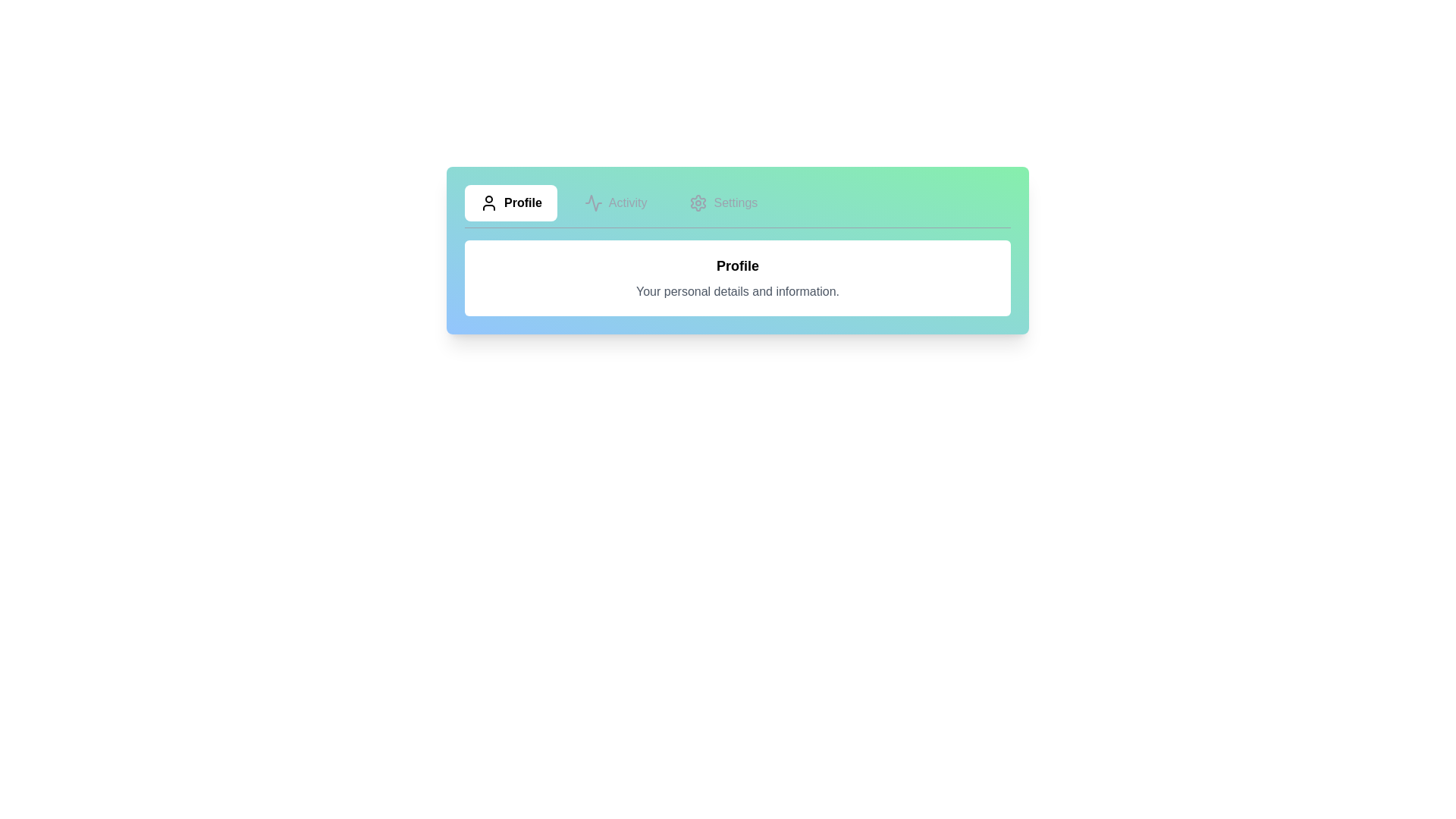 The height and width of the screenshot is (819, 1456). Describe the element at coordinates (616, 202) in the screenshot. I see `the tab button labeled Activity` at that location.